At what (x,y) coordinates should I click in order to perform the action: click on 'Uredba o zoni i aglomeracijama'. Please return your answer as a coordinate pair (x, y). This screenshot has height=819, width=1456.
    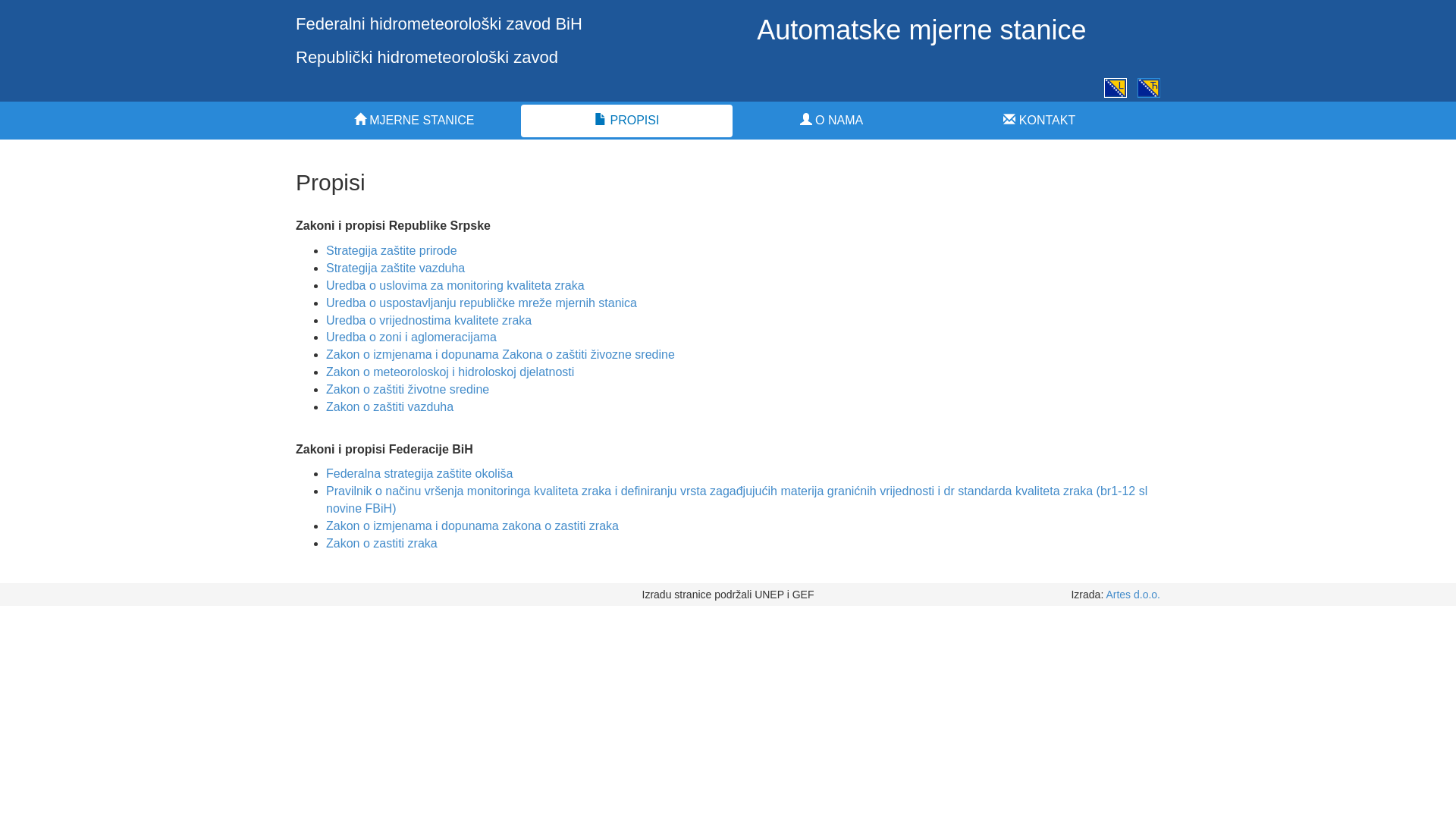
    Looking at the image, I should click on (325, 336).